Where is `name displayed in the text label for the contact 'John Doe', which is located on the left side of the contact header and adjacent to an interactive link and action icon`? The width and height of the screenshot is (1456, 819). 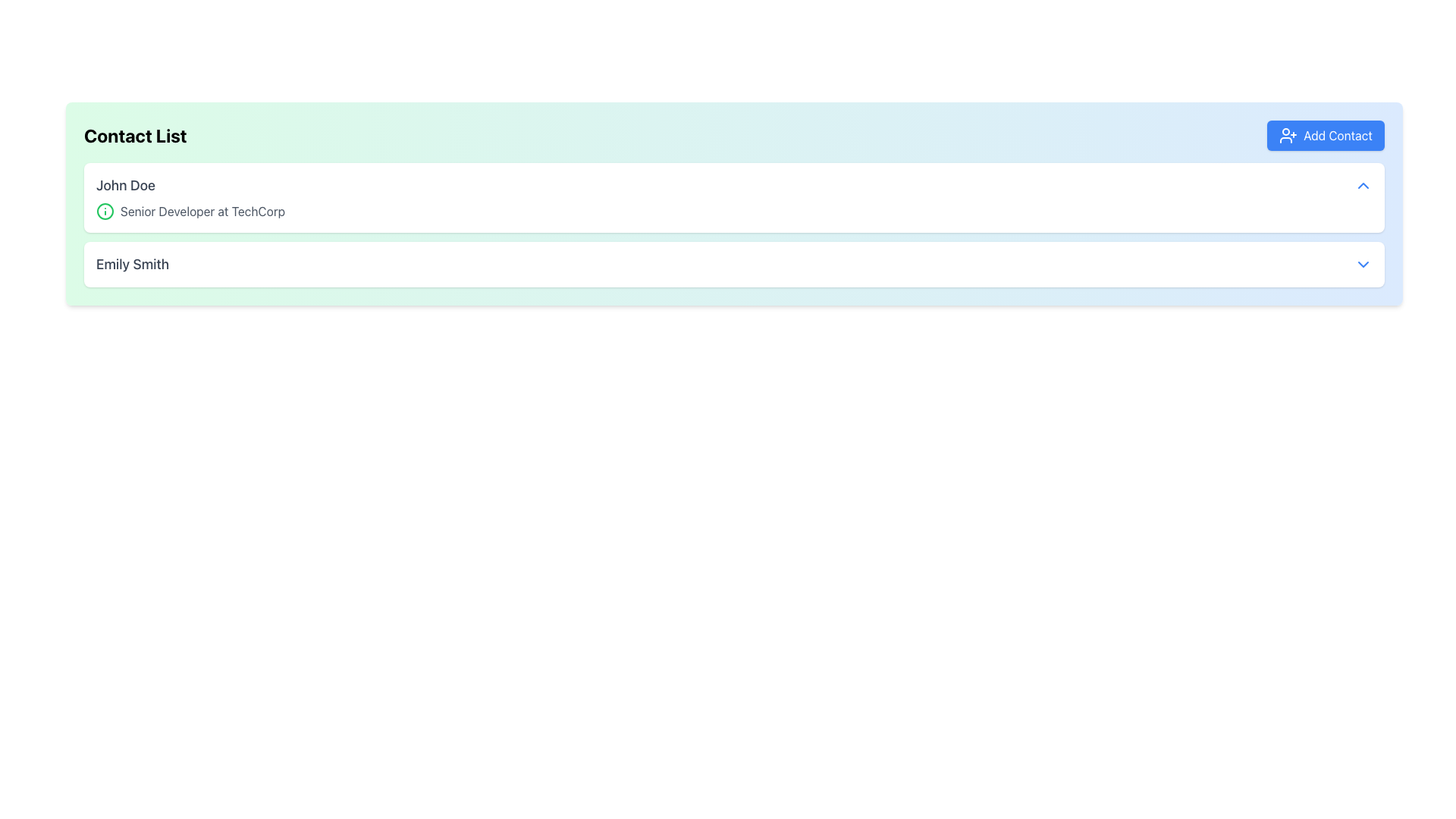 name displayed in the text label for the contact 'John Doe', which is located on the left side of the contact header and adjacent to an interactive link and action icon is located at coordinates (125, 185).